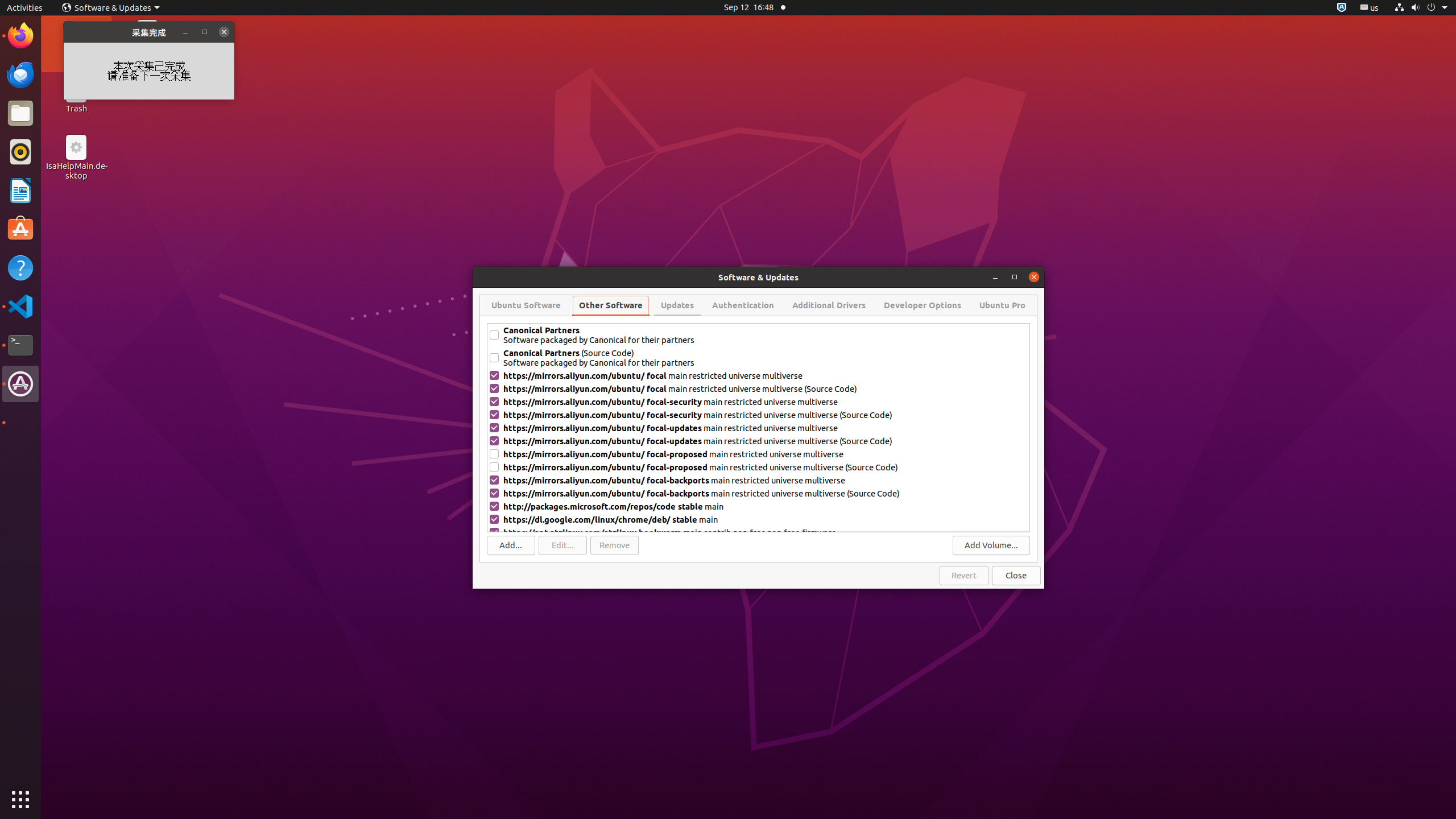 This screenshot has width=1456, height=819. I want to click on 'Additional Drivers', so click(828, 305).